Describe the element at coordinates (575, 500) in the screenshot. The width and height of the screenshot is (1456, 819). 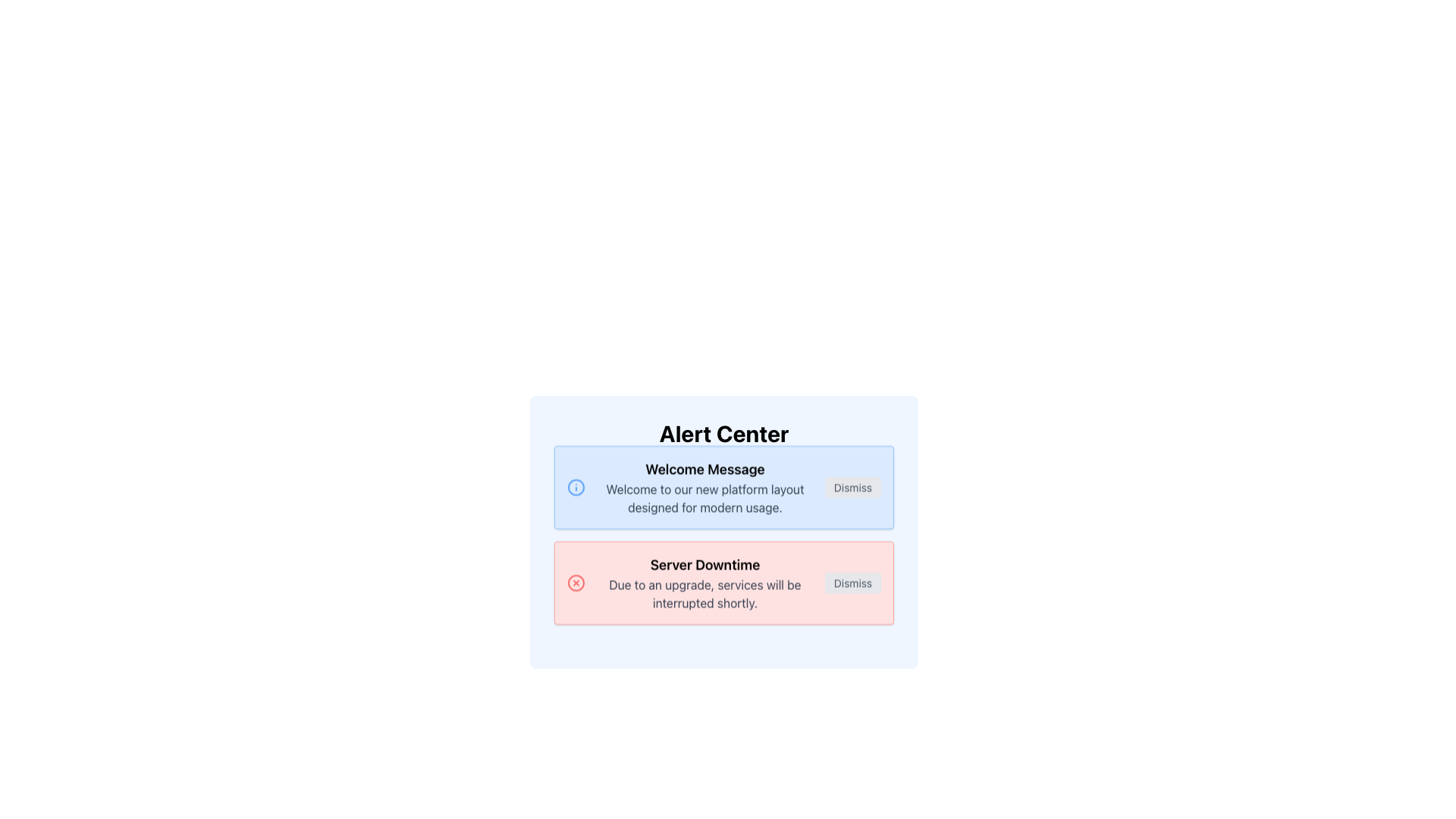
I see `the circular graphic element with a blue outline located within the information icon to the left of the 'Welcome Message' section` at that location.